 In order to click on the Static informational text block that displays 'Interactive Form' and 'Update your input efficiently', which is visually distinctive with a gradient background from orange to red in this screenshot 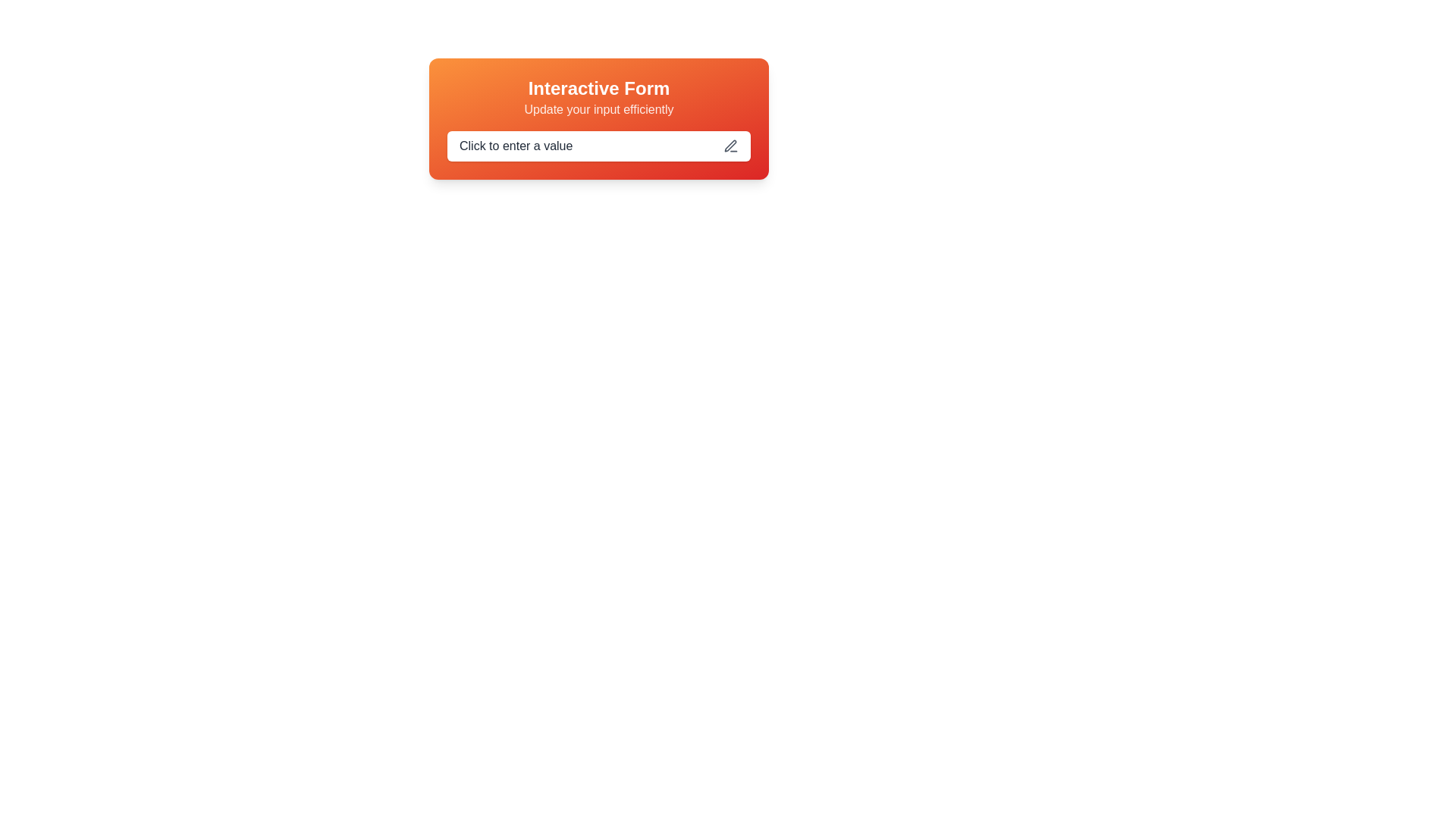, I will do `click(598, 97)`.